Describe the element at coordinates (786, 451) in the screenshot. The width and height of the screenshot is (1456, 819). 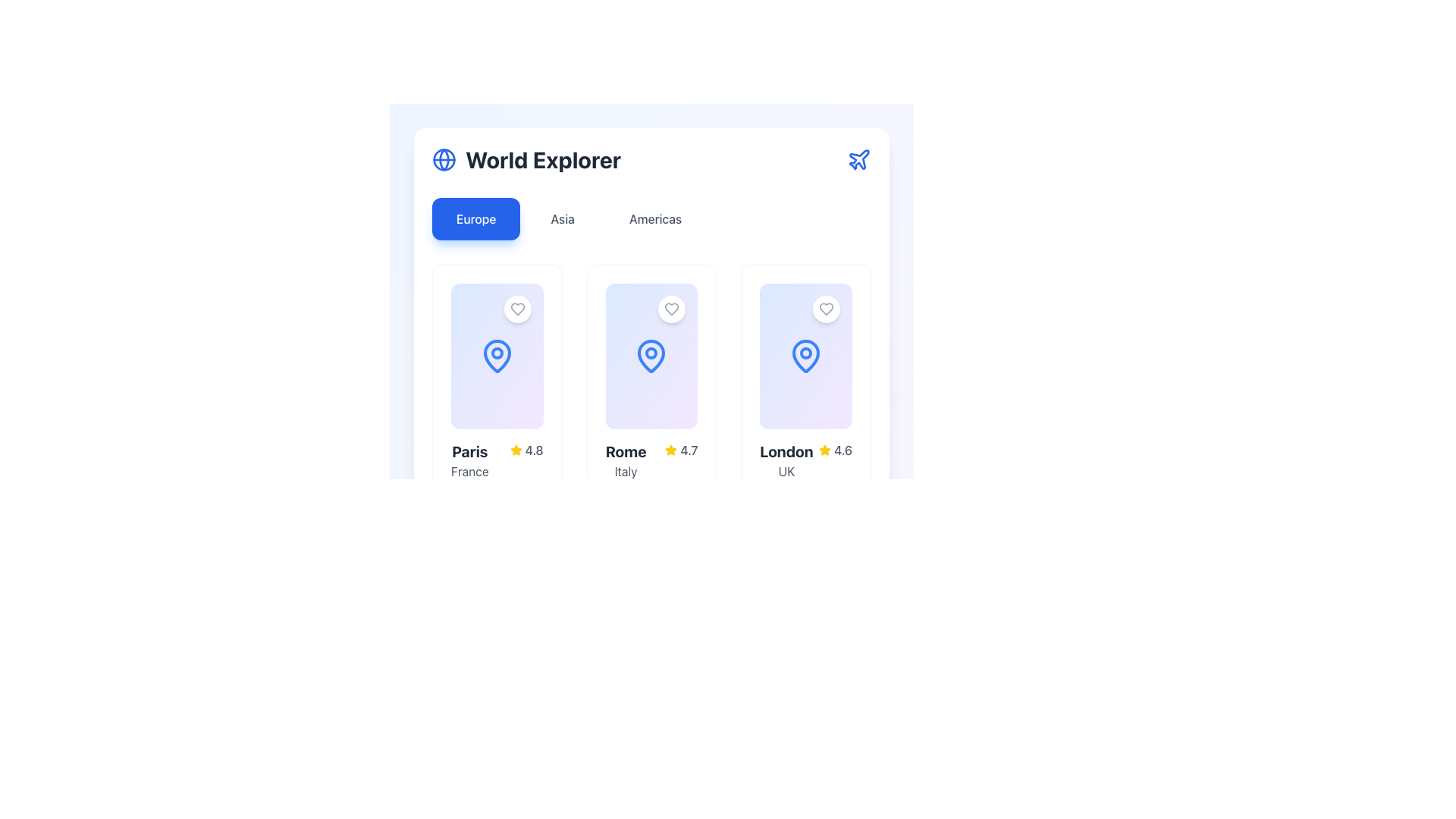
I see `the 'London' text label, which serves as the name of a travel destination in the Europe tab, to interact with its associated features` at that location.